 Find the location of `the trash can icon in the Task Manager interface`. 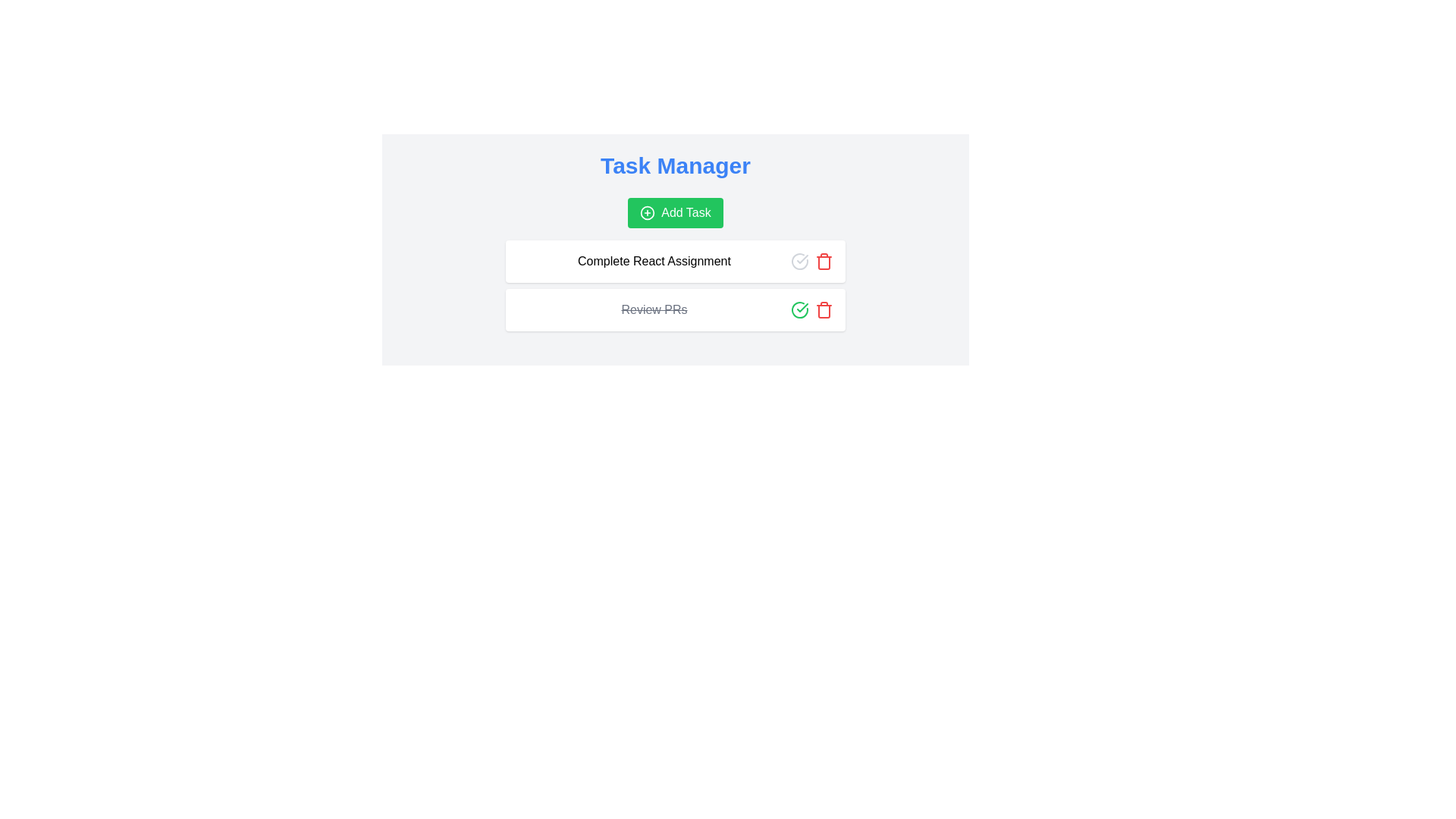

the trash can icon in the Task Manager interface is located at coordinates (823, 260).